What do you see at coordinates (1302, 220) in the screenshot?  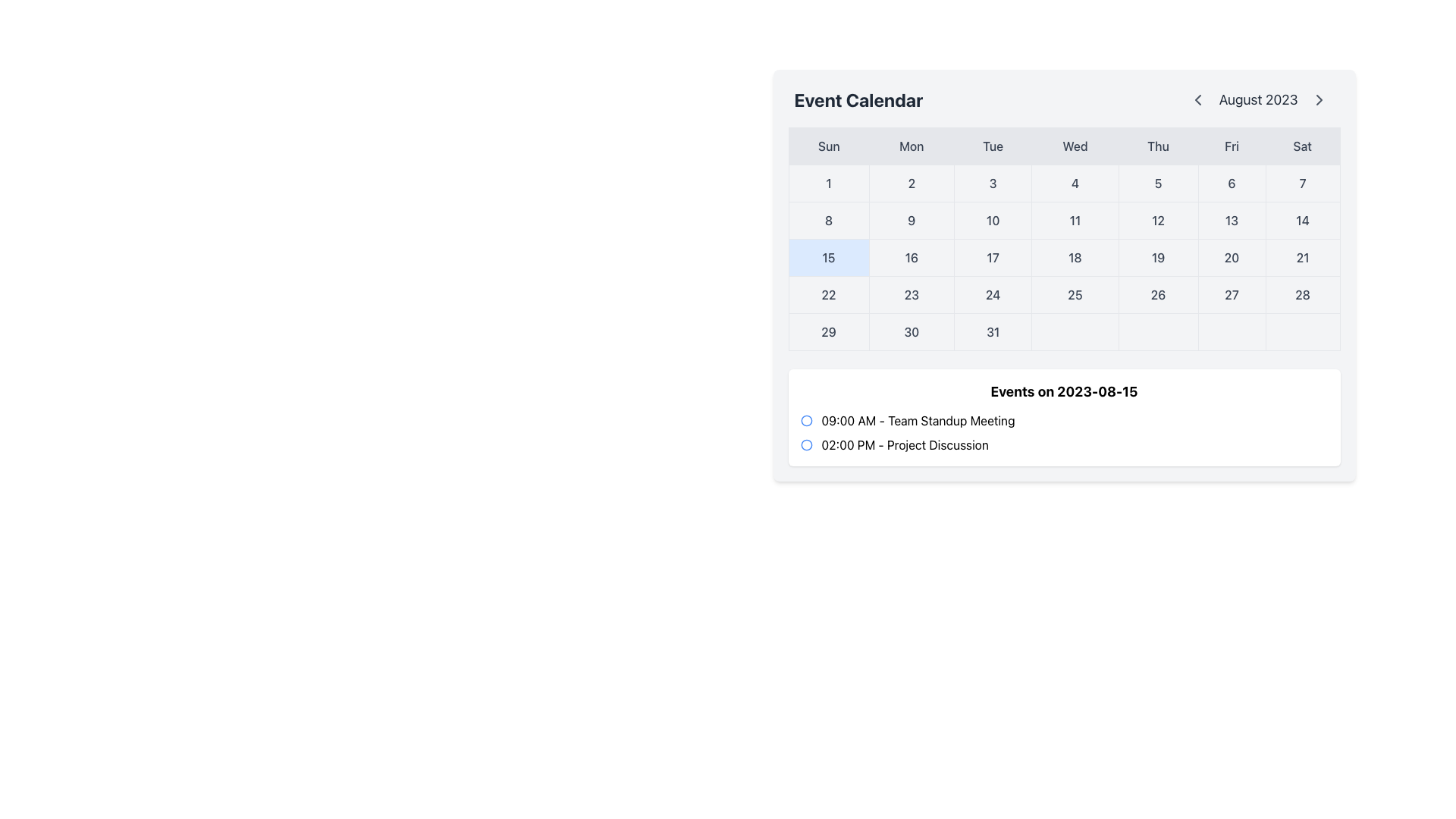 I see `the Calendar Day Cell representing the 14th day of the month` at bounding box center [1302, 220].